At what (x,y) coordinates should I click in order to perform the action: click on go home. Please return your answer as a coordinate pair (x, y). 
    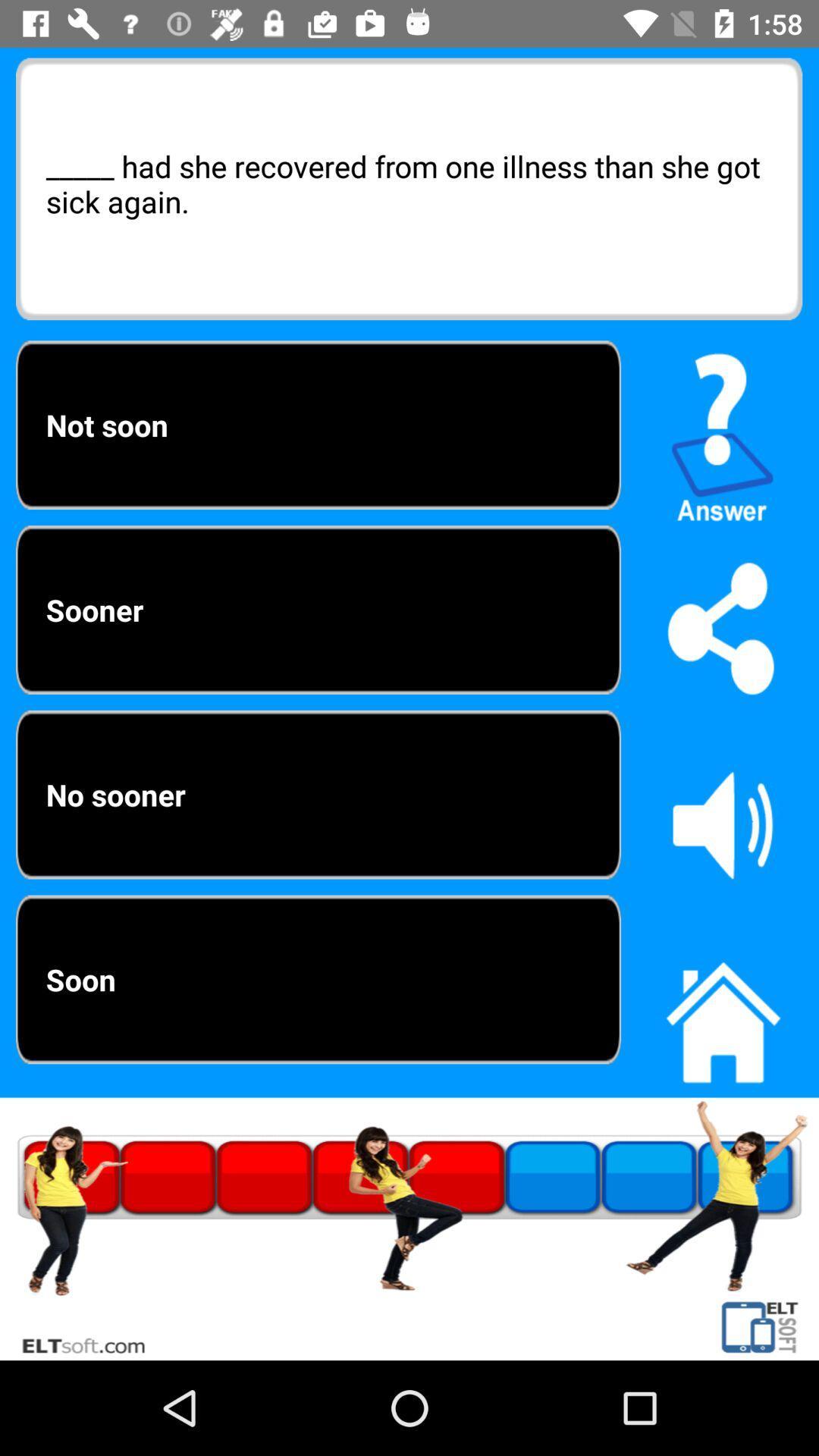
    Looking at the image, I should click on (722, 1014).